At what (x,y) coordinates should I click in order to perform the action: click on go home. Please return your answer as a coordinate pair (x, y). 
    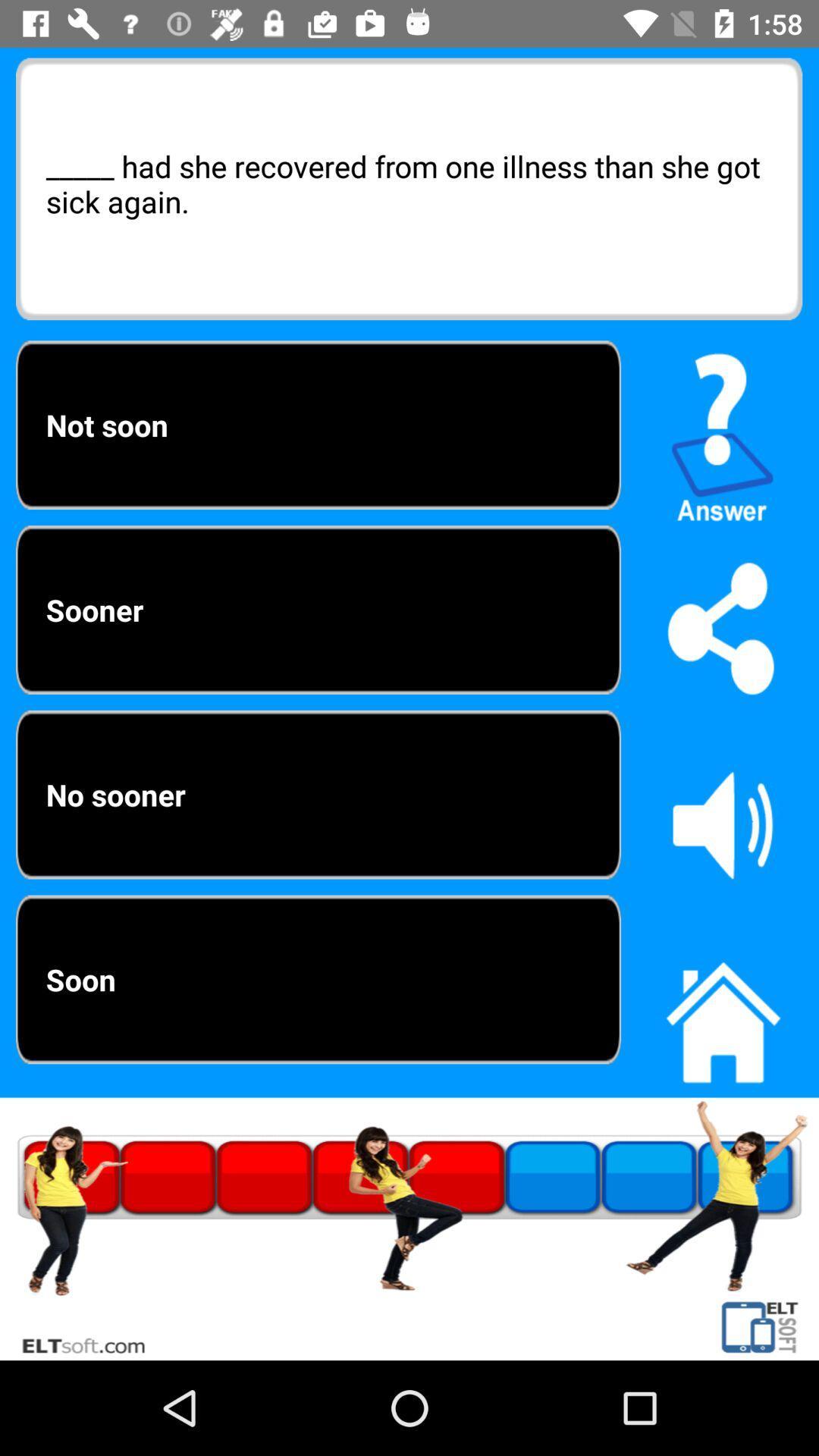
    Looking at the image, I should click on (722, 1014).